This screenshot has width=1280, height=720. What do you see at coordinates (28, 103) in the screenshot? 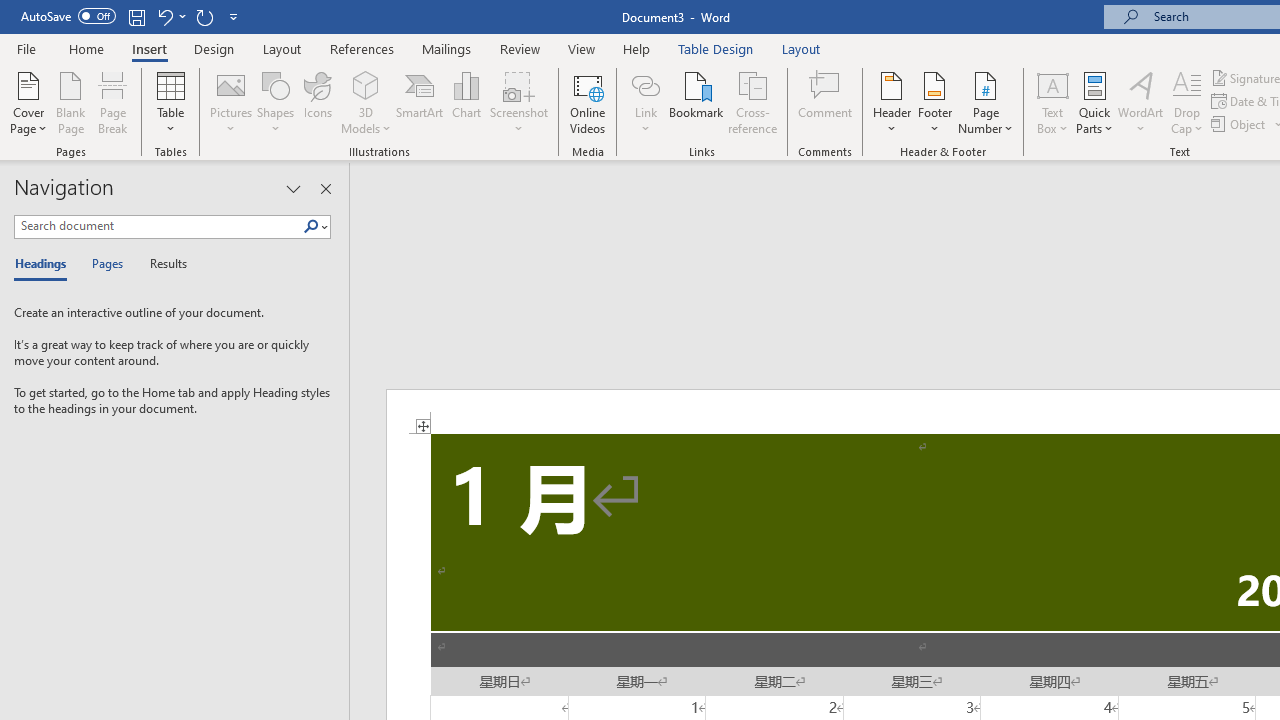
I see `'Cover Page'` at bounding box center [28, 103].